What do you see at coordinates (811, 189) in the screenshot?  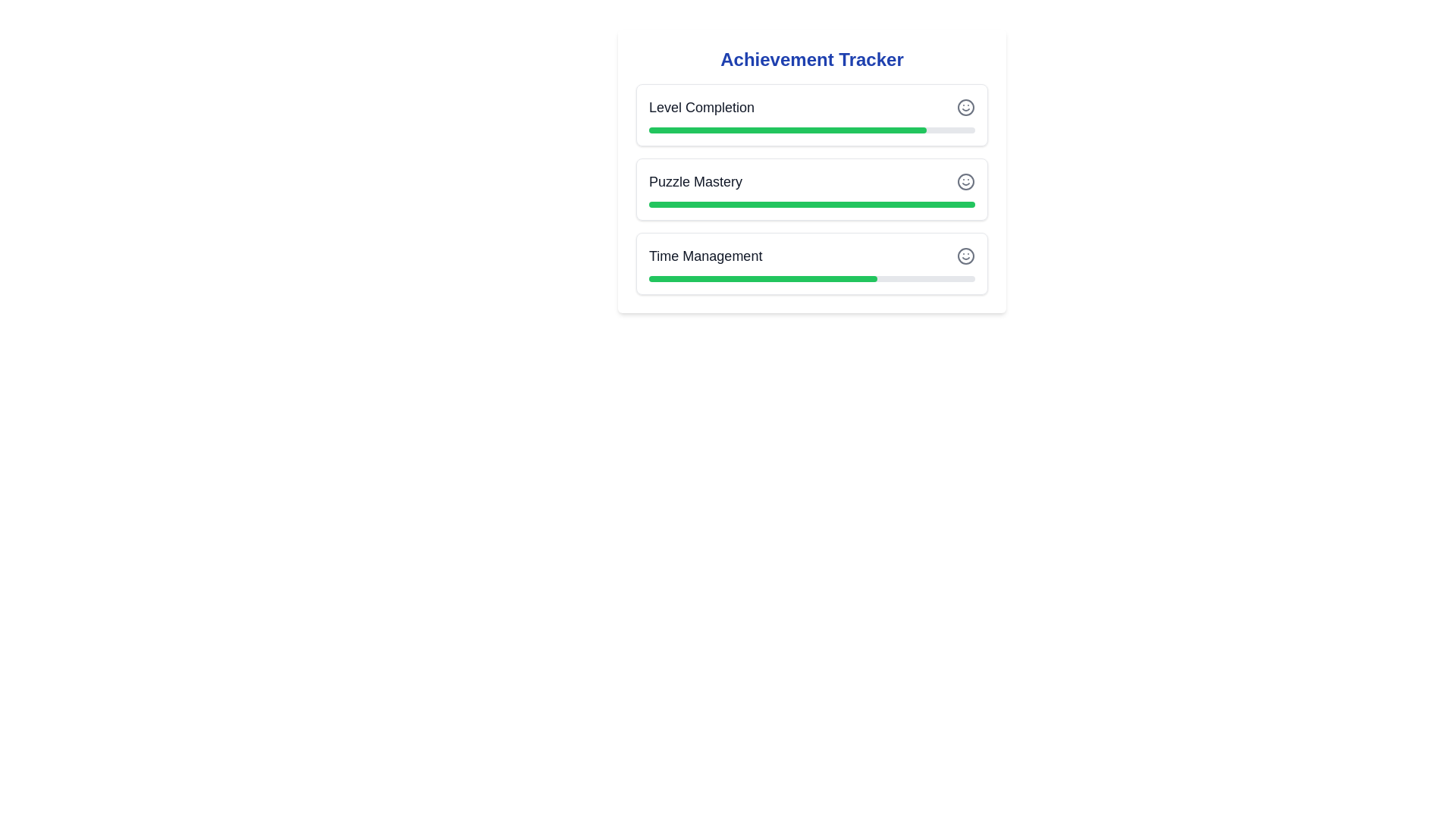 I see `the Progress tracker element for the 'Puzzle Mastery' metric, which is the second item in the vertical list under 'Achievement Tracker'` at bounding box center [811, 189].